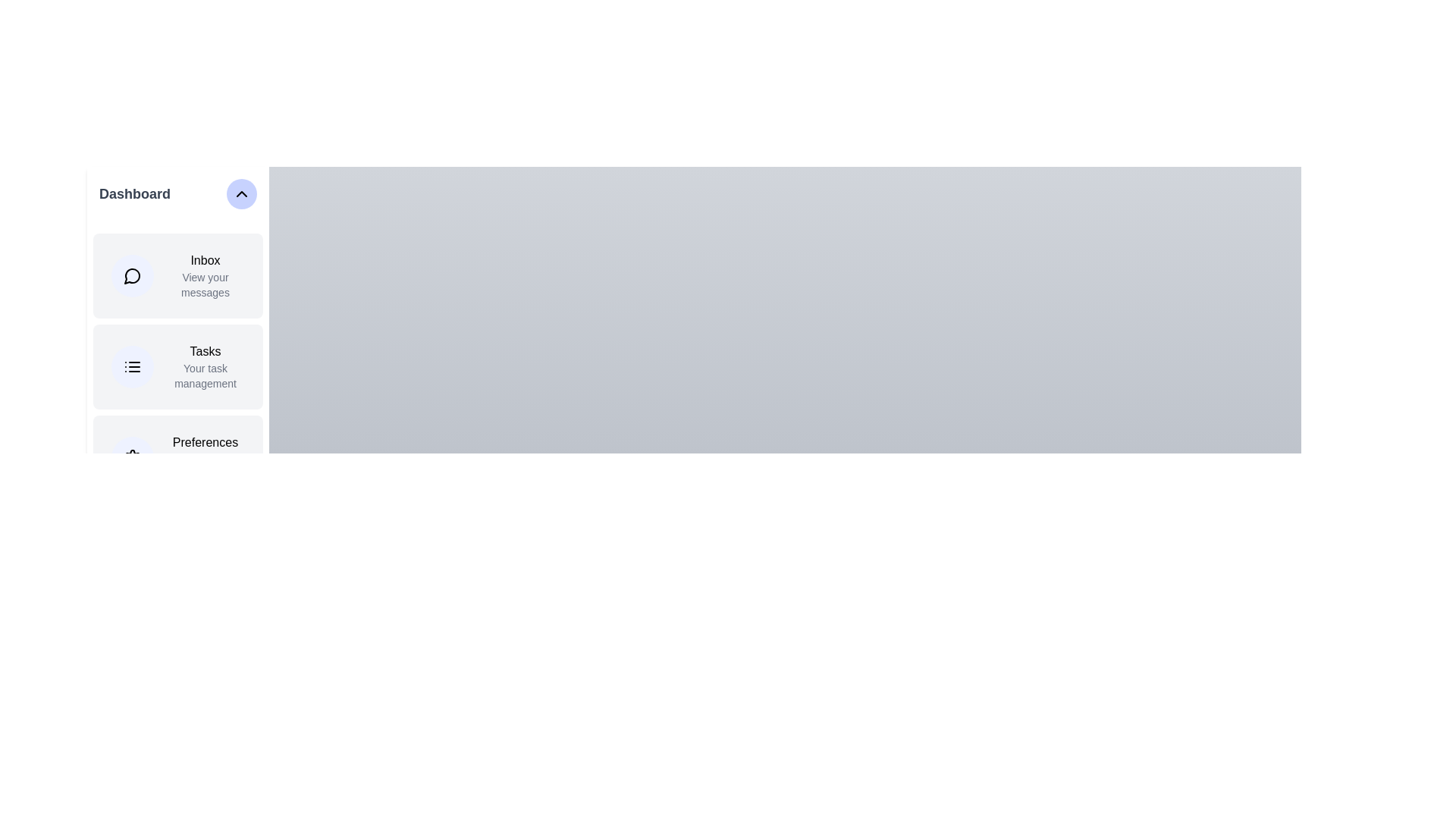 Image resolution: width=1456 pixels, height=819 pixels. I want to click on the menu item Tasks, so click(178, 366).